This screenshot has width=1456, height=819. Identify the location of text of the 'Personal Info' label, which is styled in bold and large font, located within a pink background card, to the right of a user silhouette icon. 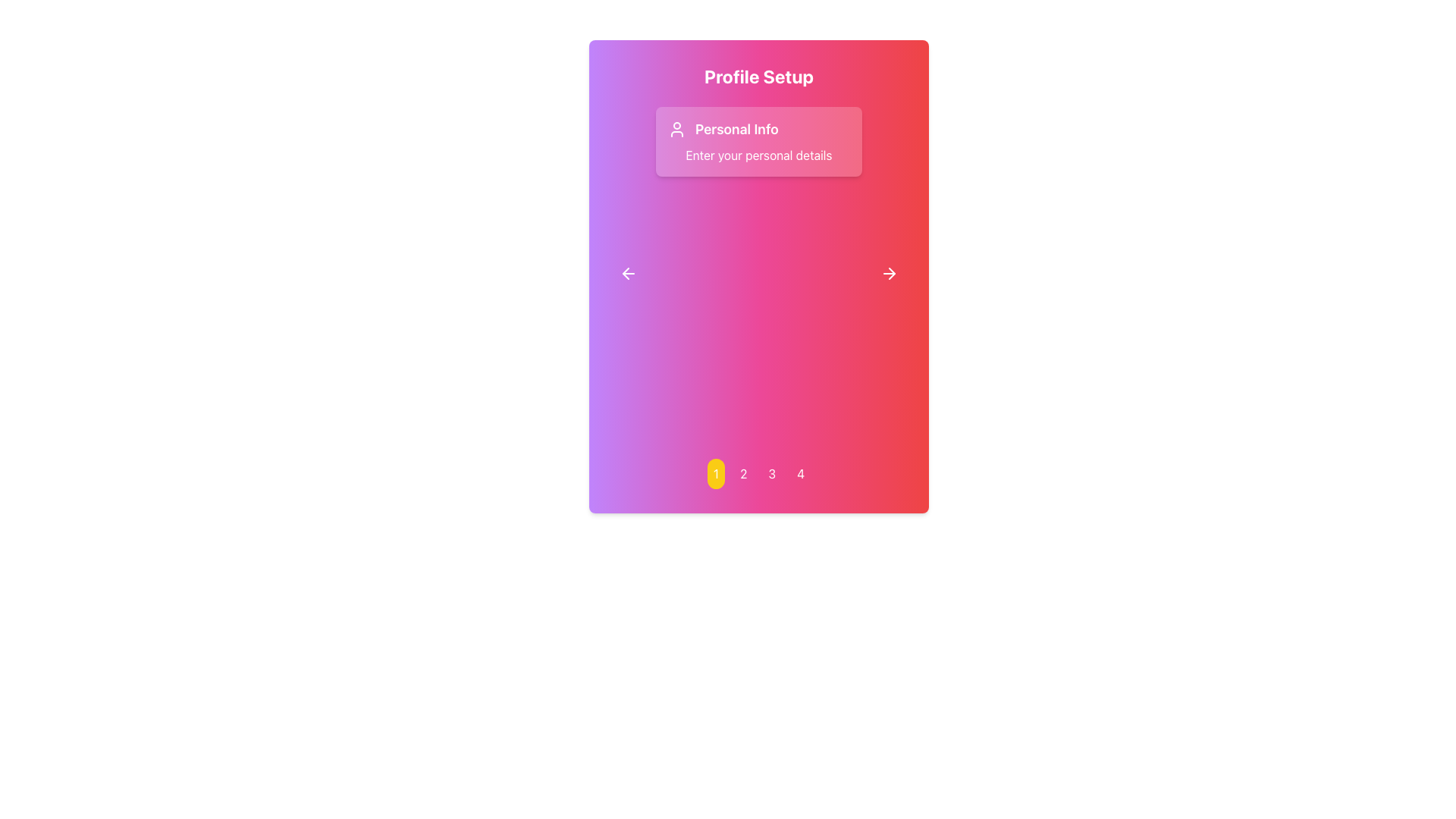
(759, 128).